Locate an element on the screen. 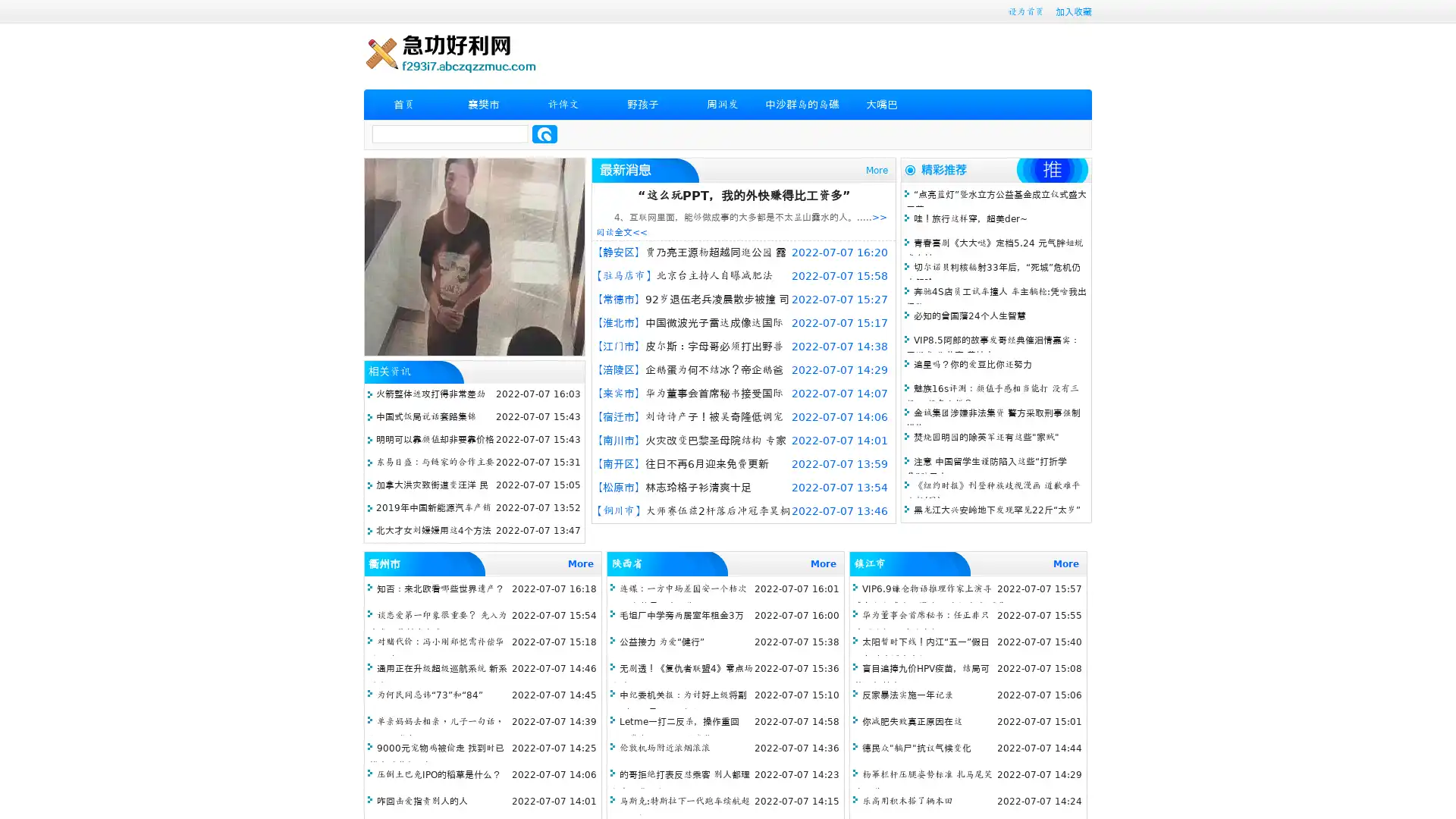 The height and width of the screenshot is (819, 1456). Search is located at coordinates (544, 133).